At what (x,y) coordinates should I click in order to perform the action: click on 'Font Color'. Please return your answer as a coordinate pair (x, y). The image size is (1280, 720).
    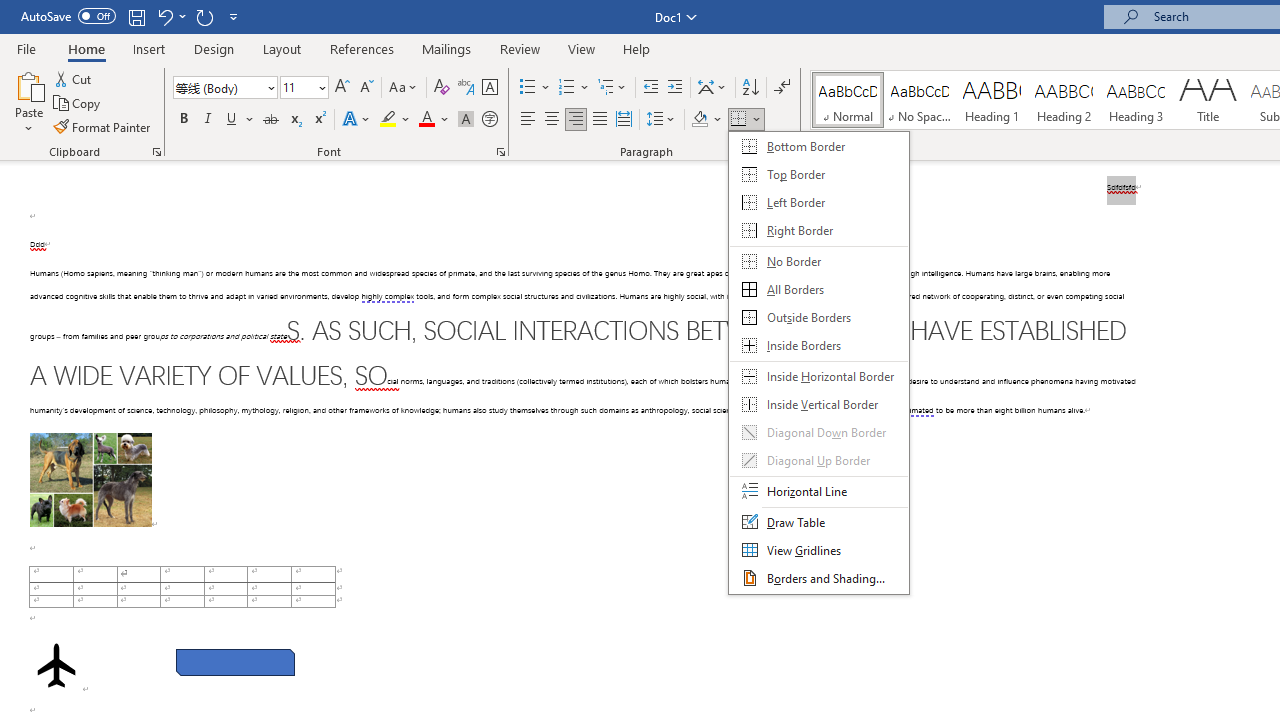
    Looking at the image, I should click on (433, 119).